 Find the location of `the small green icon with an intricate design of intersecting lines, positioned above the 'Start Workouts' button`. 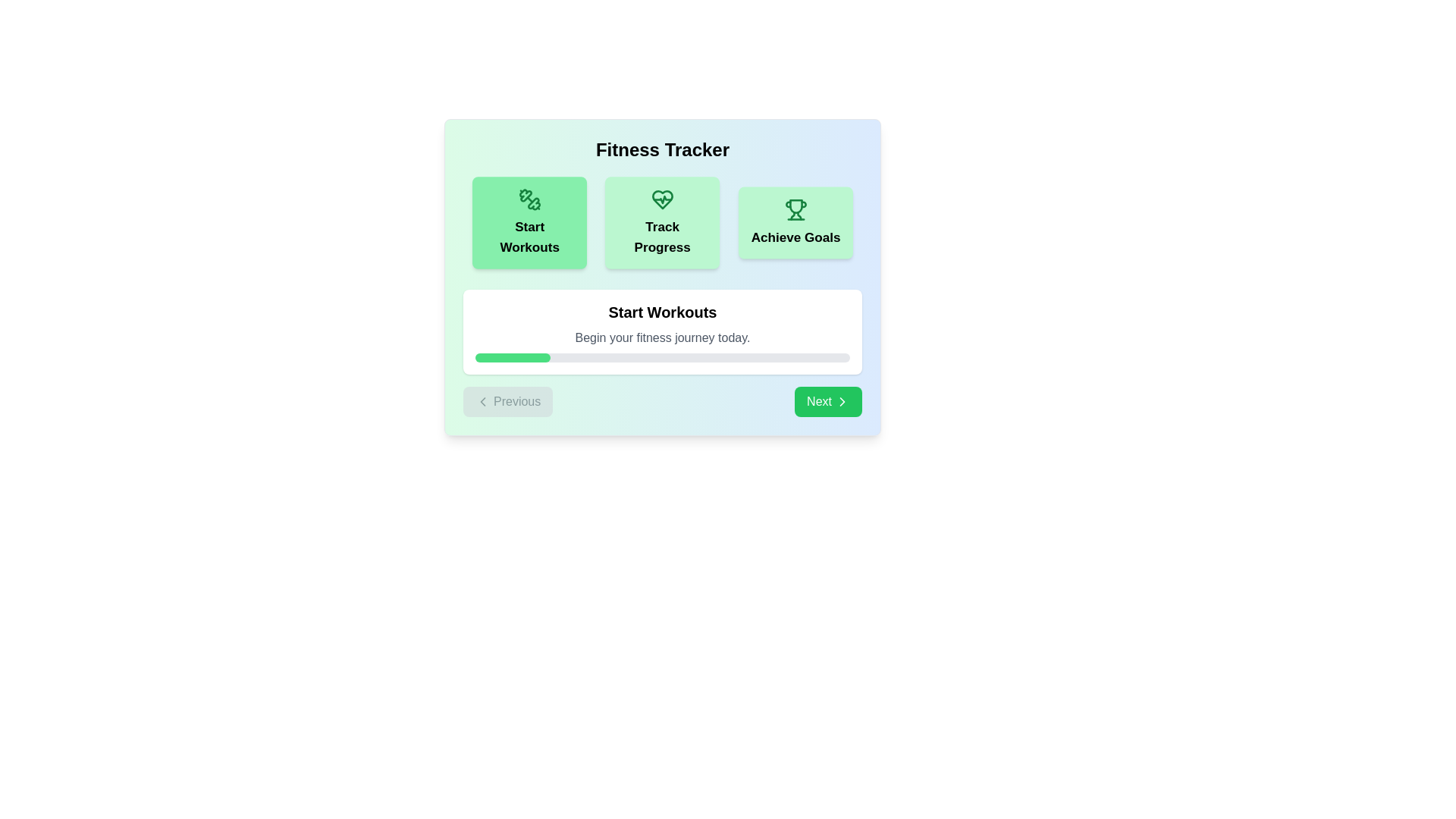

the small green icon with an intricate design of intersecting lines, positioned above the 'Start Workouts' button is located at coordinates (526, 195).